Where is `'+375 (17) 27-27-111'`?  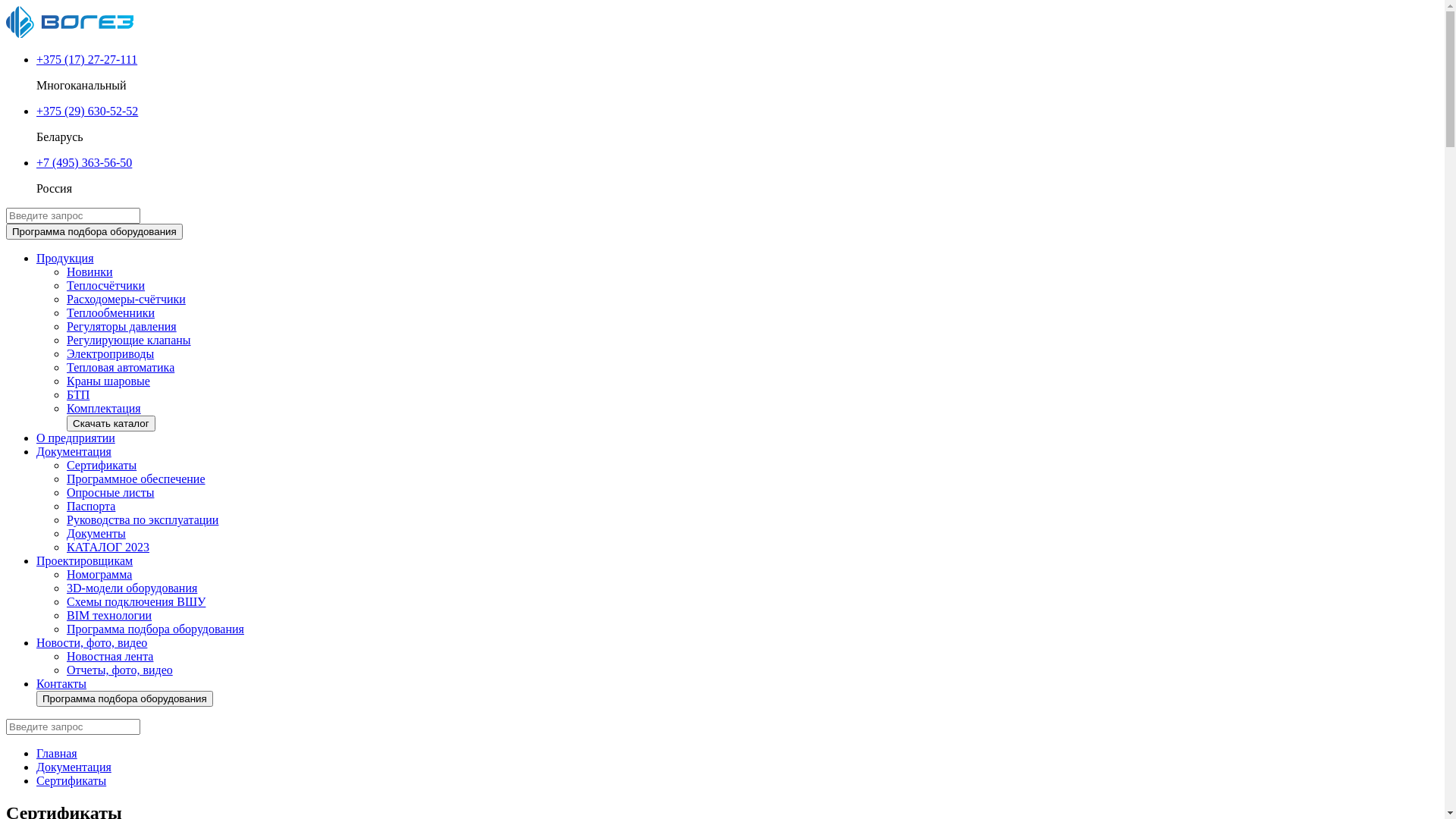 '+375 (17) 27-27-111' is located at coordinates (86, 58).